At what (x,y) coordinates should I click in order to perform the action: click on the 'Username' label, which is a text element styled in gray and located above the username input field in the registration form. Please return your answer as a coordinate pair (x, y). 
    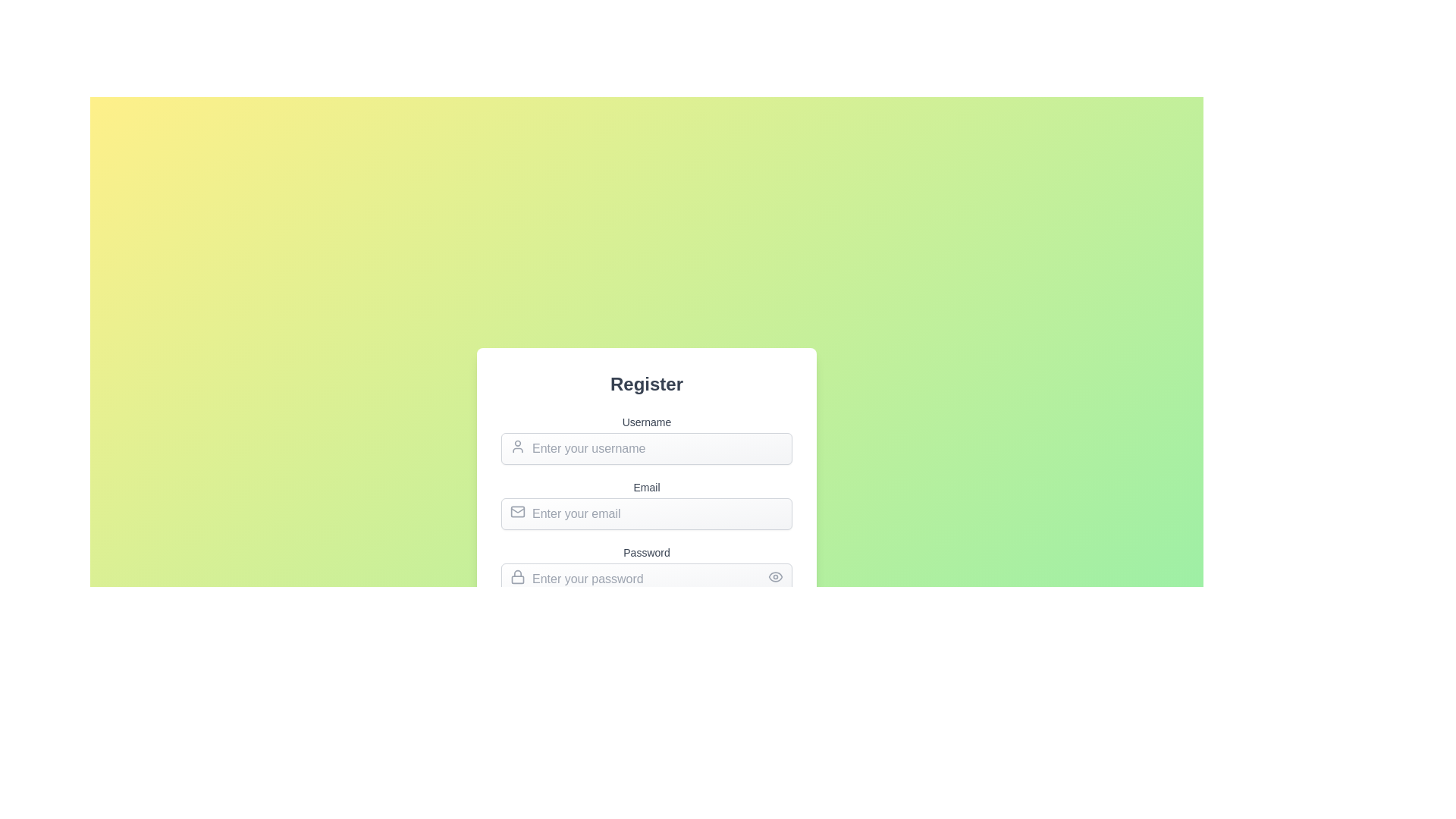
    Looking at the image, I should click on (647, 422).